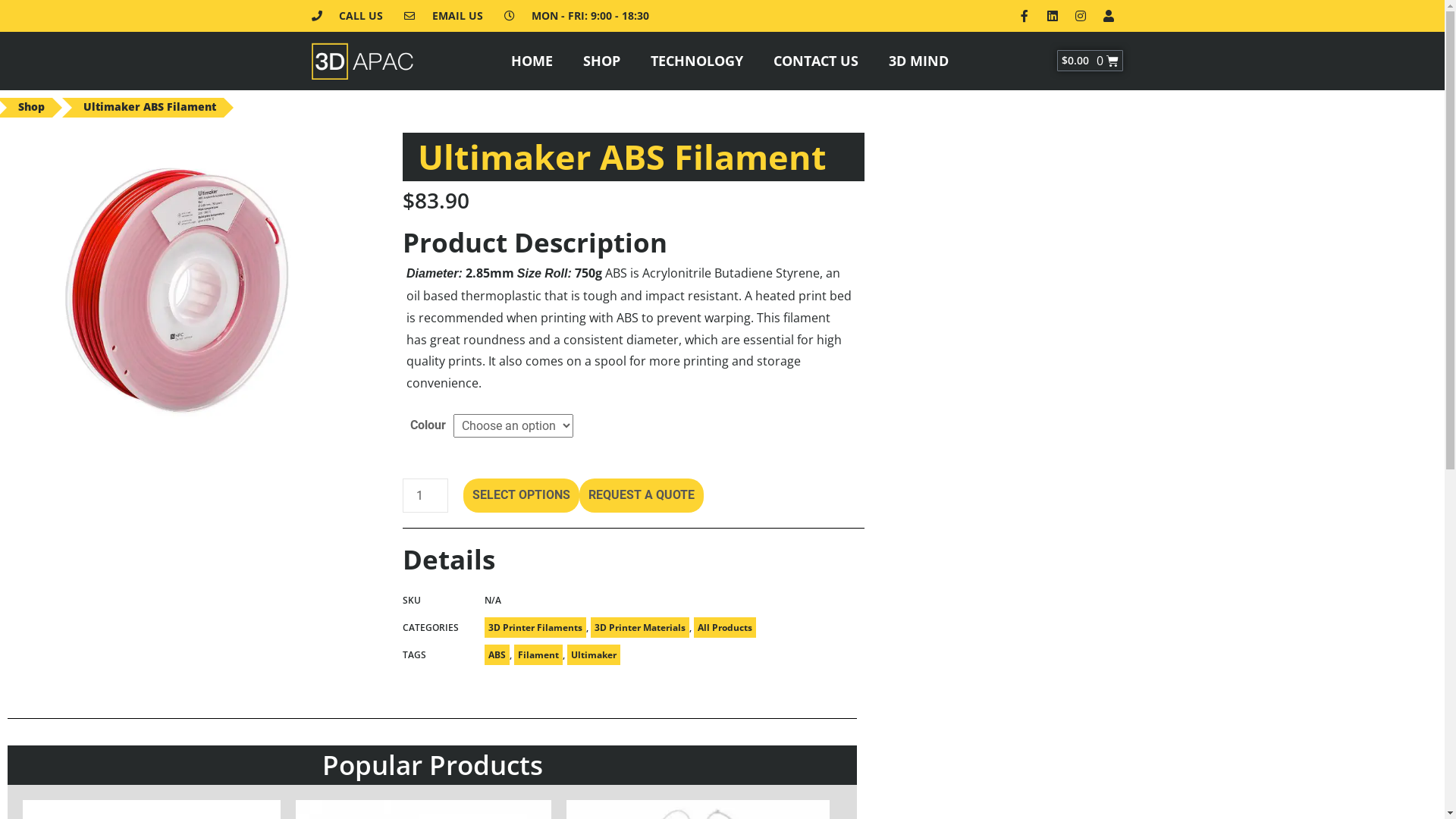  What do you see at coordinates (497, 654) in the screenshot?
I see `'ABS'` at bounding box center [497, 654].